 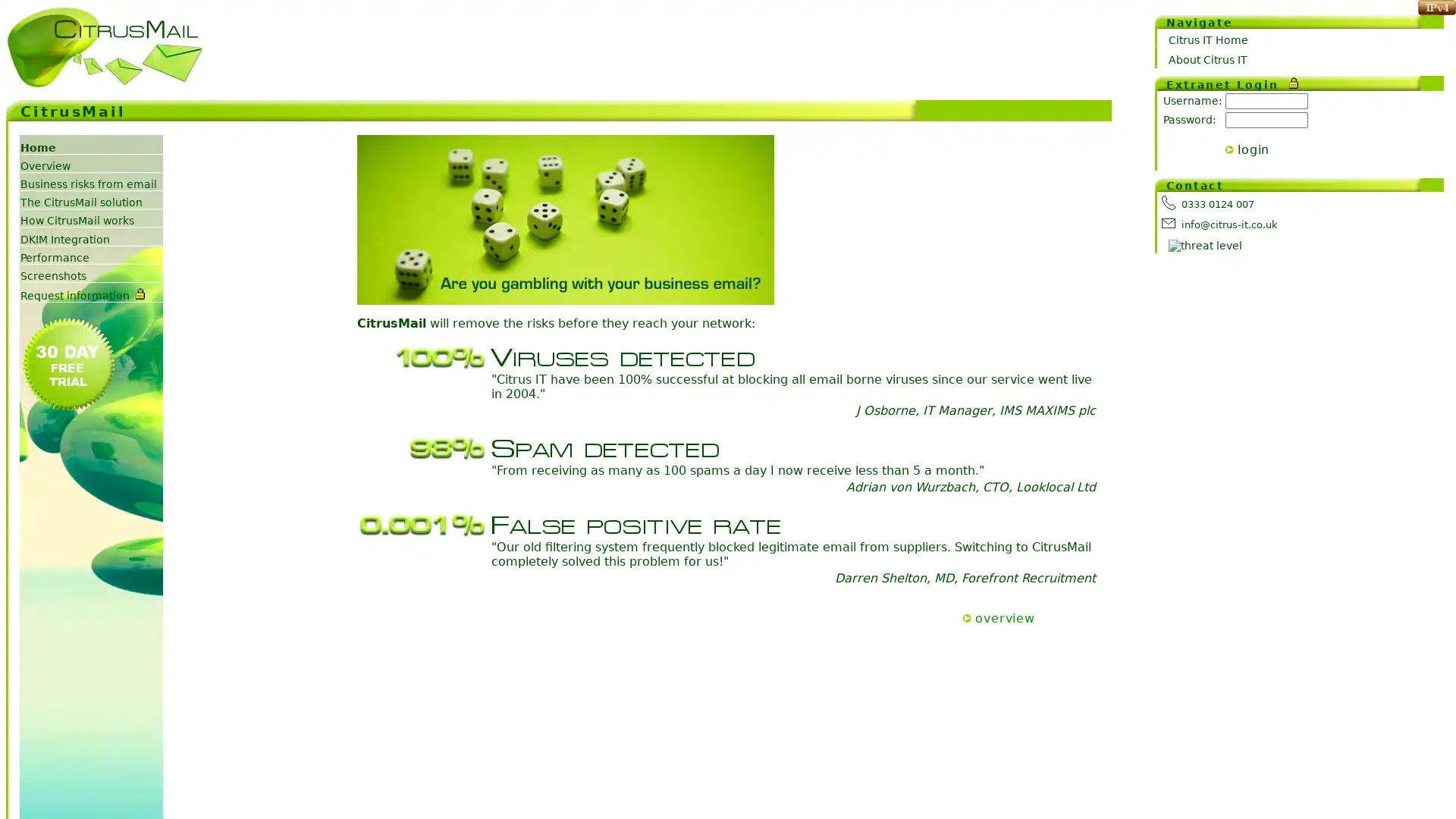 What do you see at coordinates (1229, 149) in the screenshot?
I see `>` at bounding box center [1229, 149].